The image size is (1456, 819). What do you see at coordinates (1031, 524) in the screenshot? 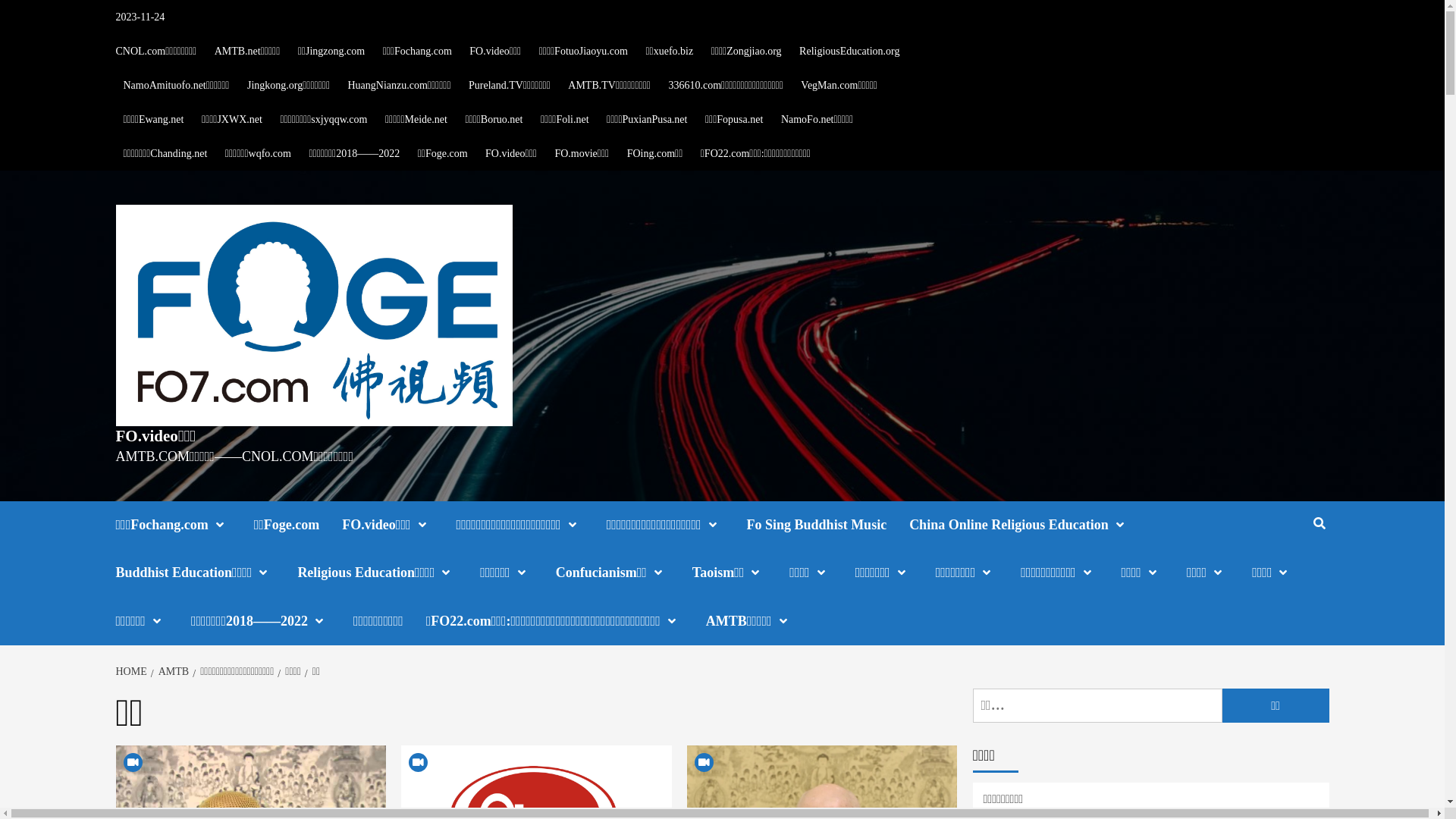
I see `'China Online Religious Education'` at bounding box center [1031, 524].